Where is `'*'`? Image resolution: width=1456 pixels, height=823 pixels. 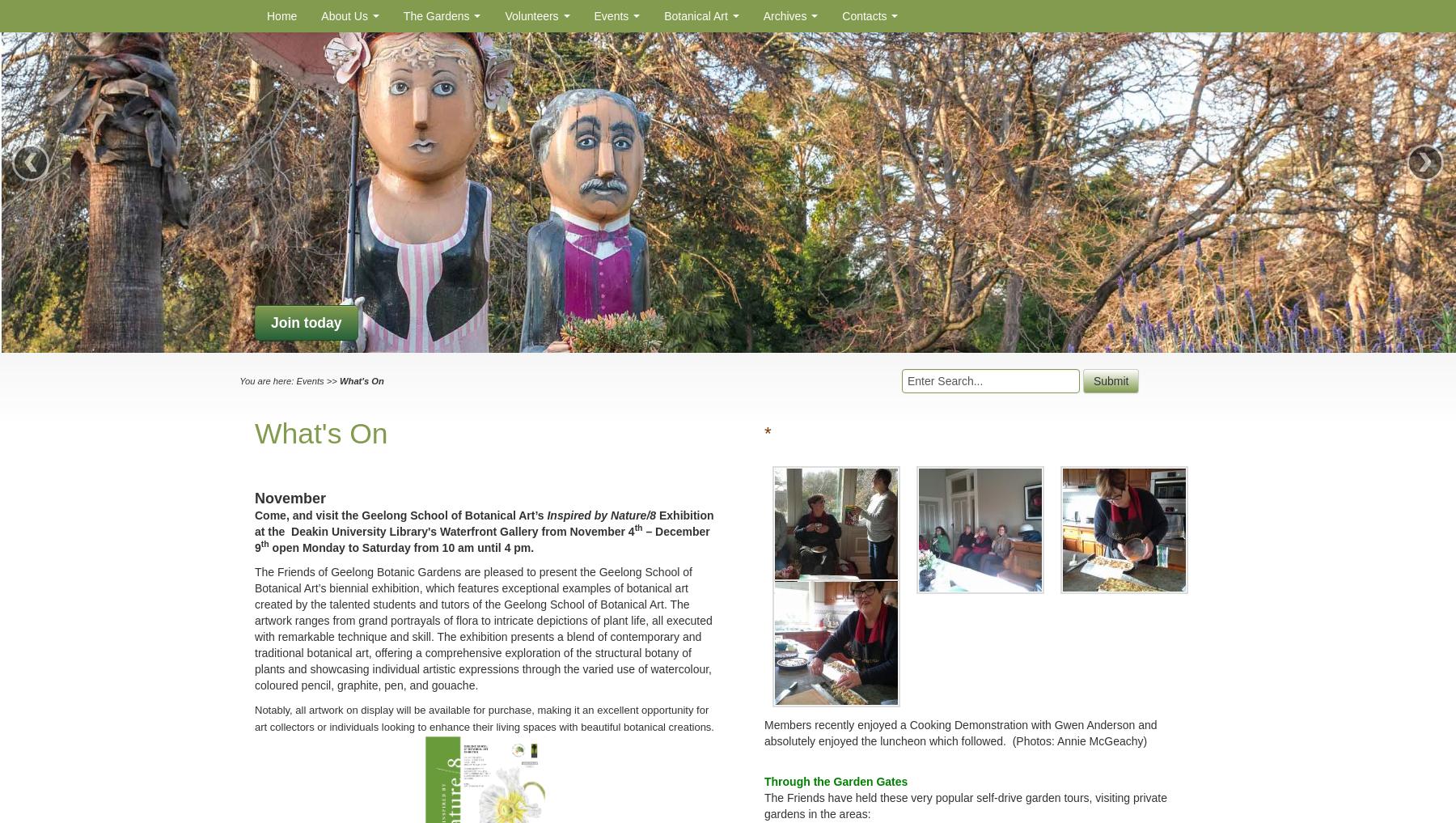 '*' is located at coordinates (766, 432).